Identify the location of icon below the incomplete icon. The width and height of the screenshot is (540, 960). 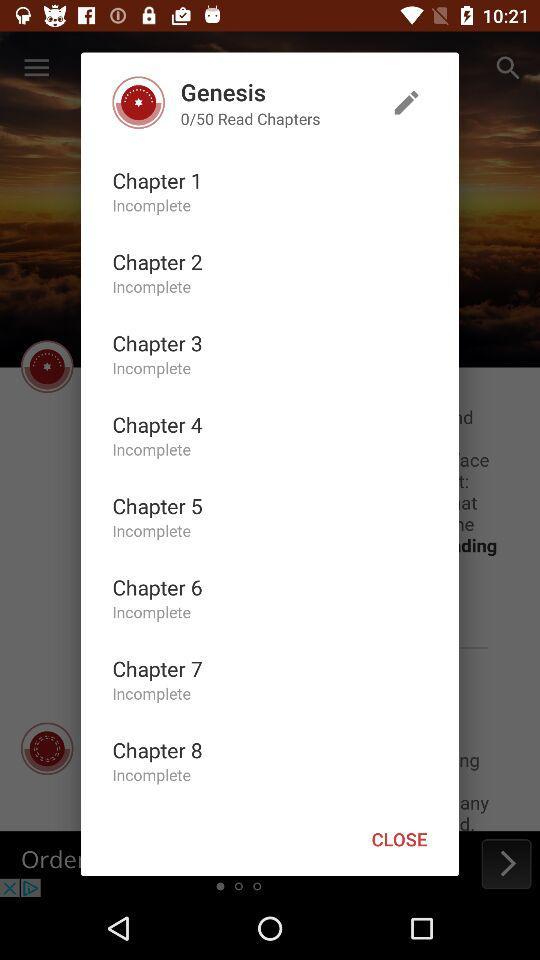
(156, 587).